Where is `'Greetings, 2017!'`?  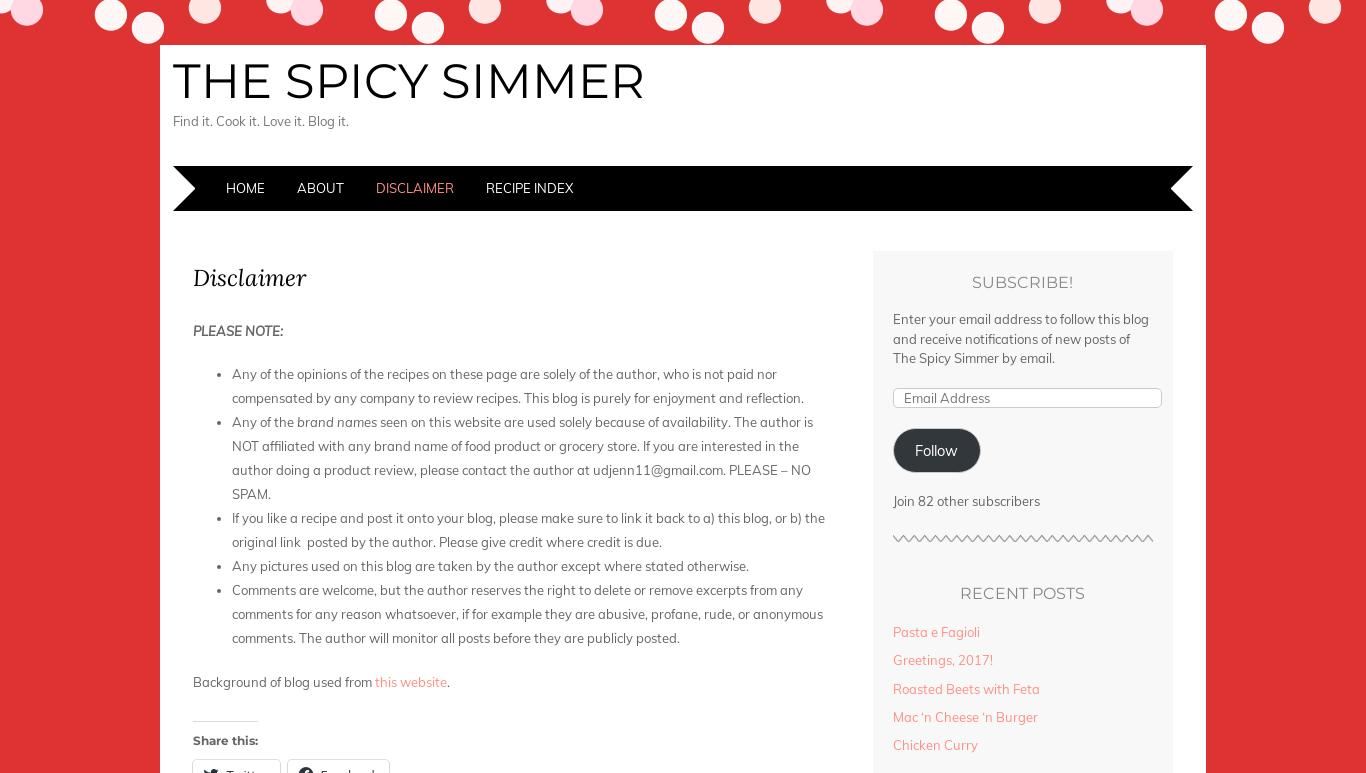 'Greetings, 2017!' is located at coordinates (941, 659).